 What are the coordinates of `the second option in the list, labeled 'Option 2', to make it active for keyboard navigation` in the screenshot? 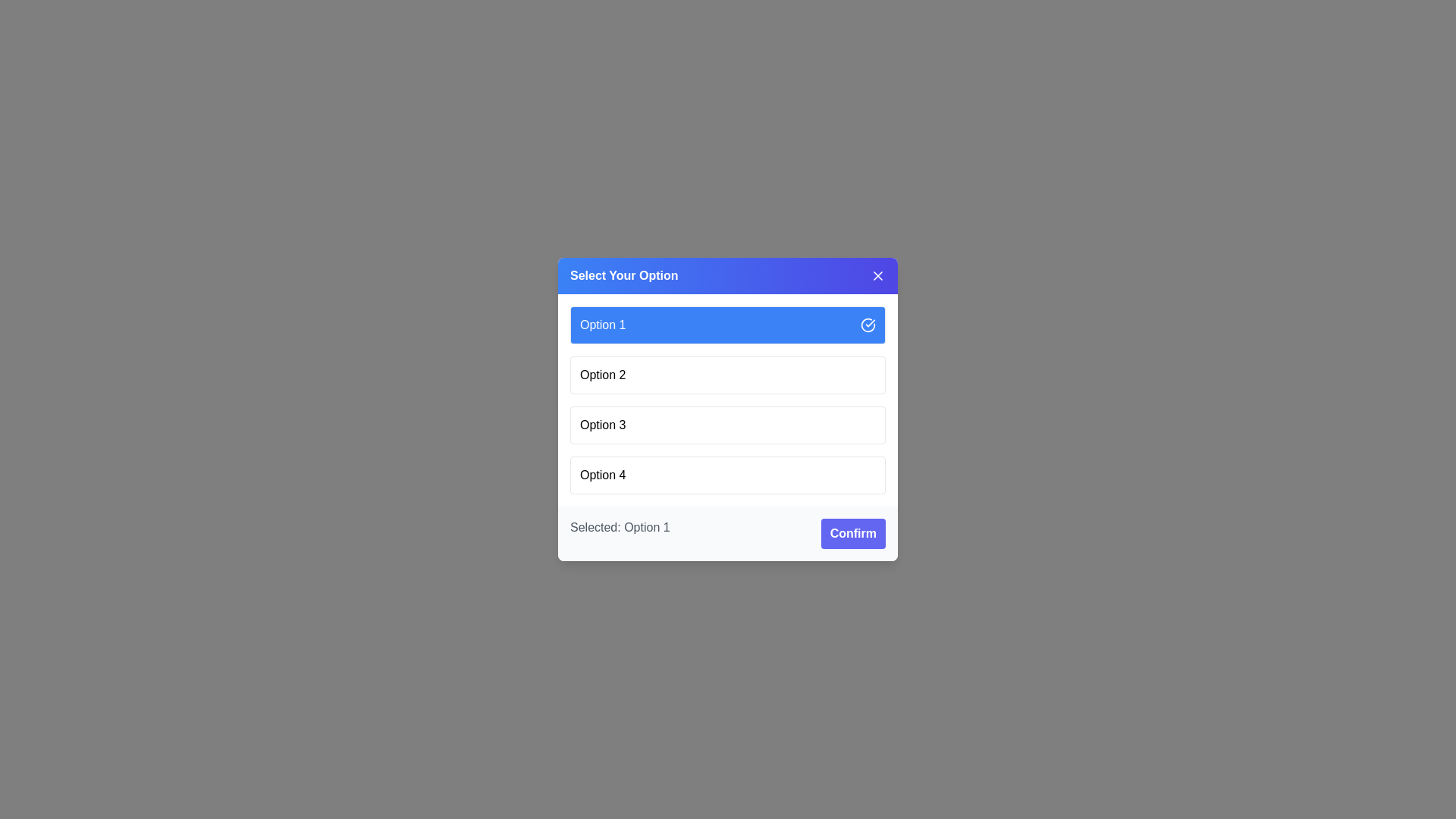 It's located at (728, 375).